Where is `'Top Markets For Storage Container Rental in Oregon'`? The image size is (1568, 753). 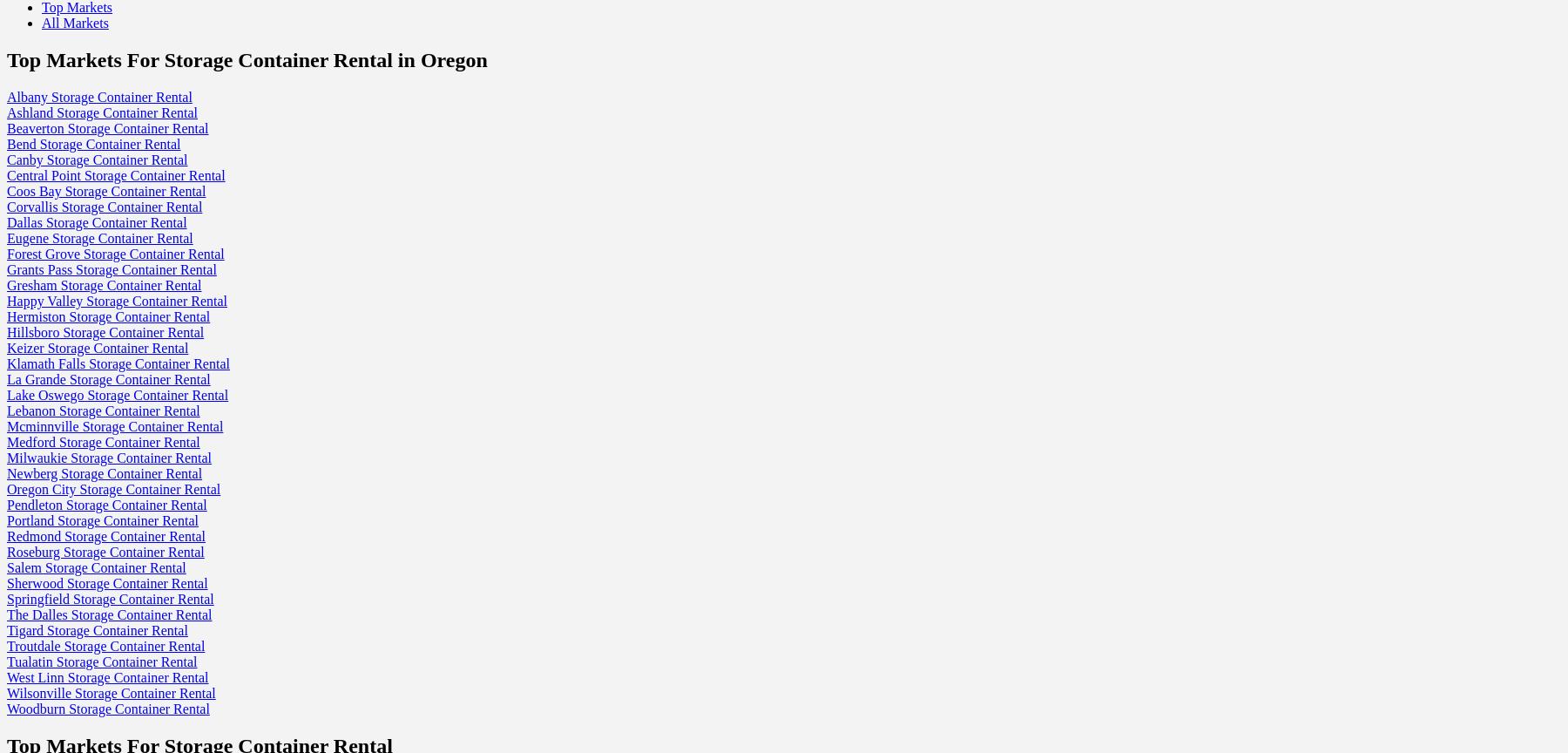 'Top Markets For Storage Container Rental in Oregon' is located at coordinates (246, 58).